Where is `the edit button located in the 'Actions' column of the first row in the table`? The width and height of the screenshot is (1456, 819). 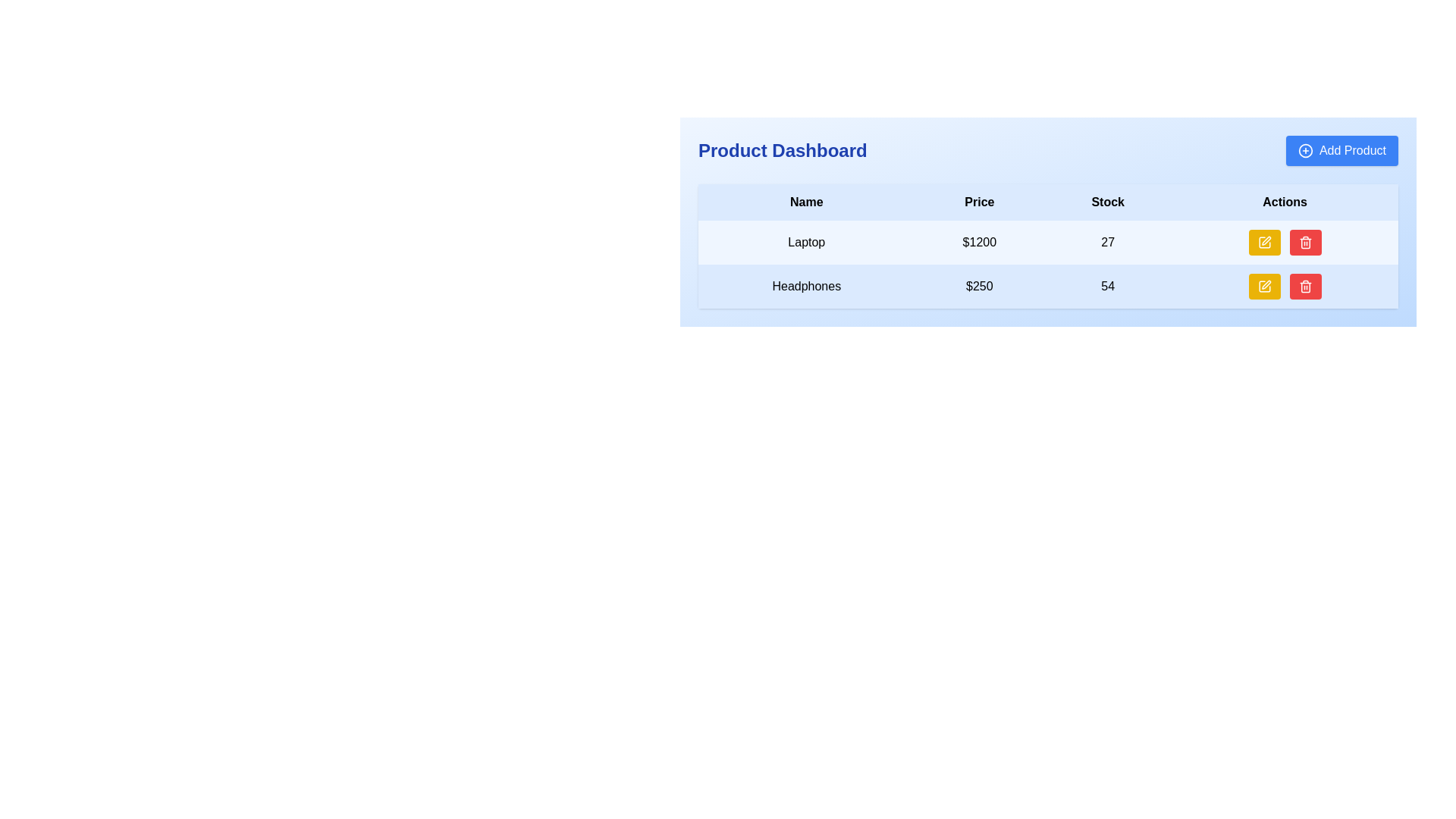
the edit button located in the 'Actions' column of the first row in the table is located at coordinates (1263, 242).